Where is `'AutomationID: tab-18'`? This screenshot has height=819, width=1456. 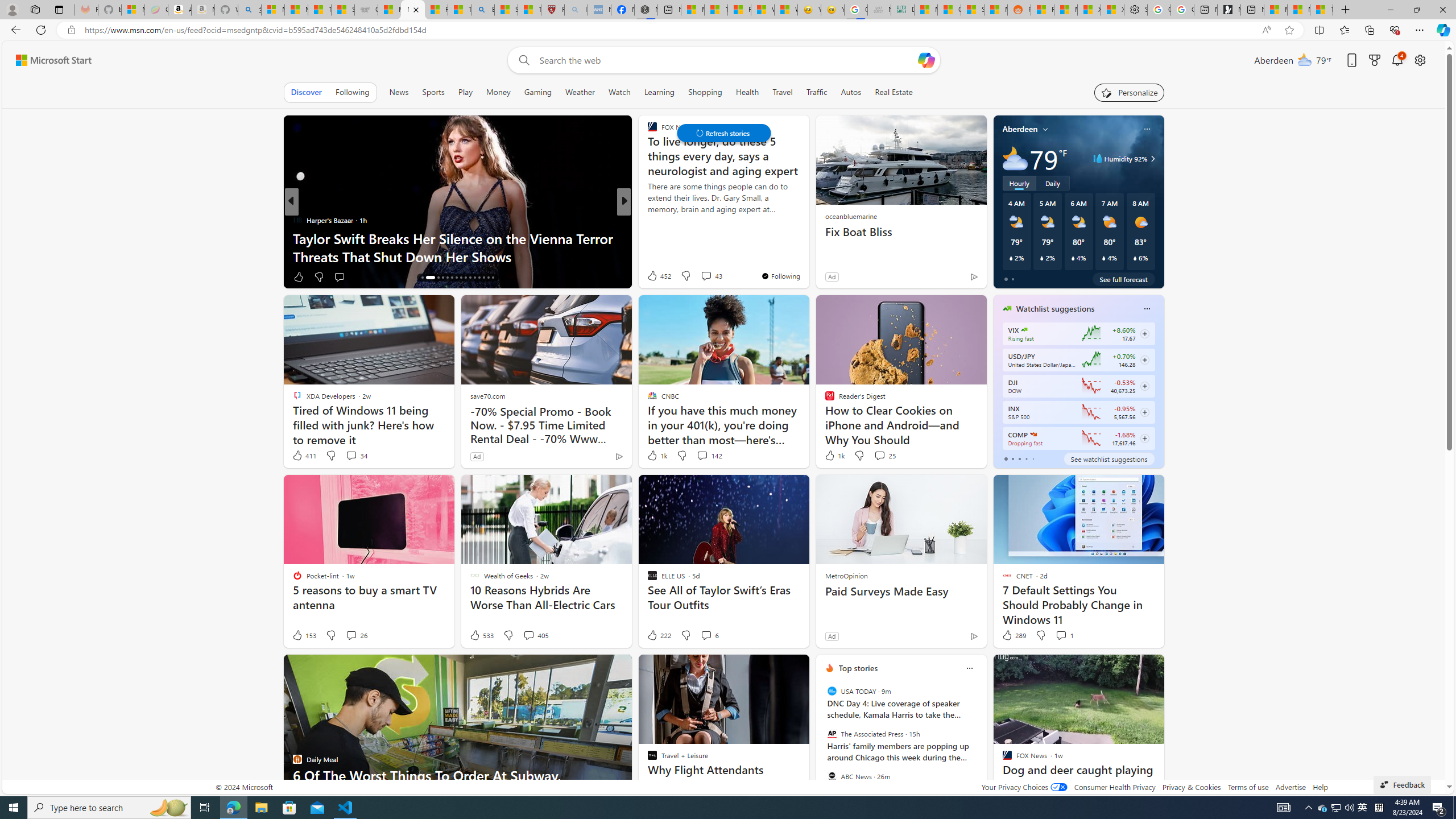 'AutomationID: tab-18' is located at coordinates (436, 277).